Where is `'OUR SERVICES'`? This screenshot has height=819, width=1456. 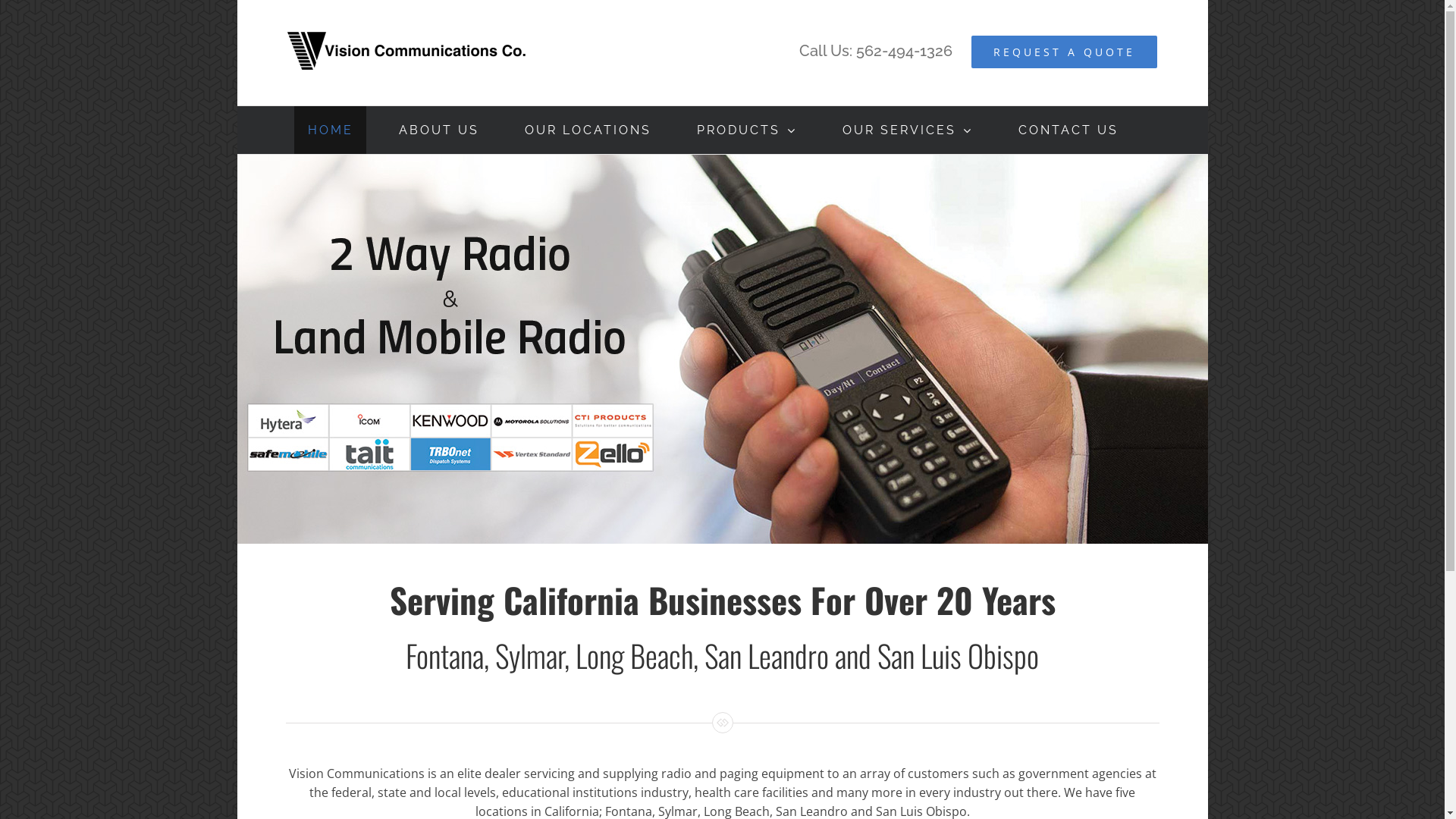 'OUR SERVICES' is located at coordinates (907, 129).